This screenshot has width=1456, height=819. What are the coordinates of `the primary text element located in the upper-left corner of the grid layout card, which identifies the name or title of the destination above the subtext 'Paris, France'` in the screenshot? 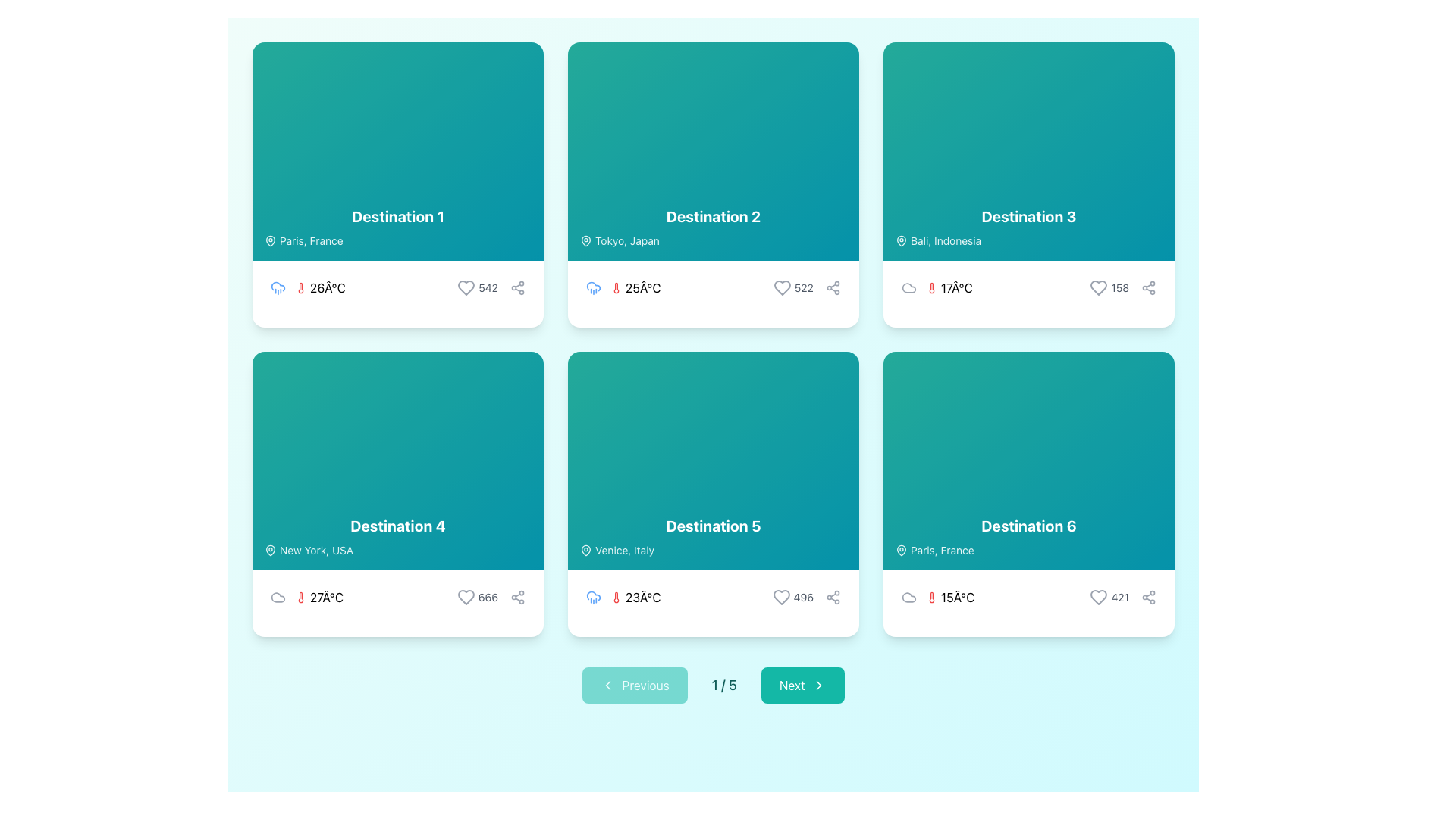 It's located at (397, 216).